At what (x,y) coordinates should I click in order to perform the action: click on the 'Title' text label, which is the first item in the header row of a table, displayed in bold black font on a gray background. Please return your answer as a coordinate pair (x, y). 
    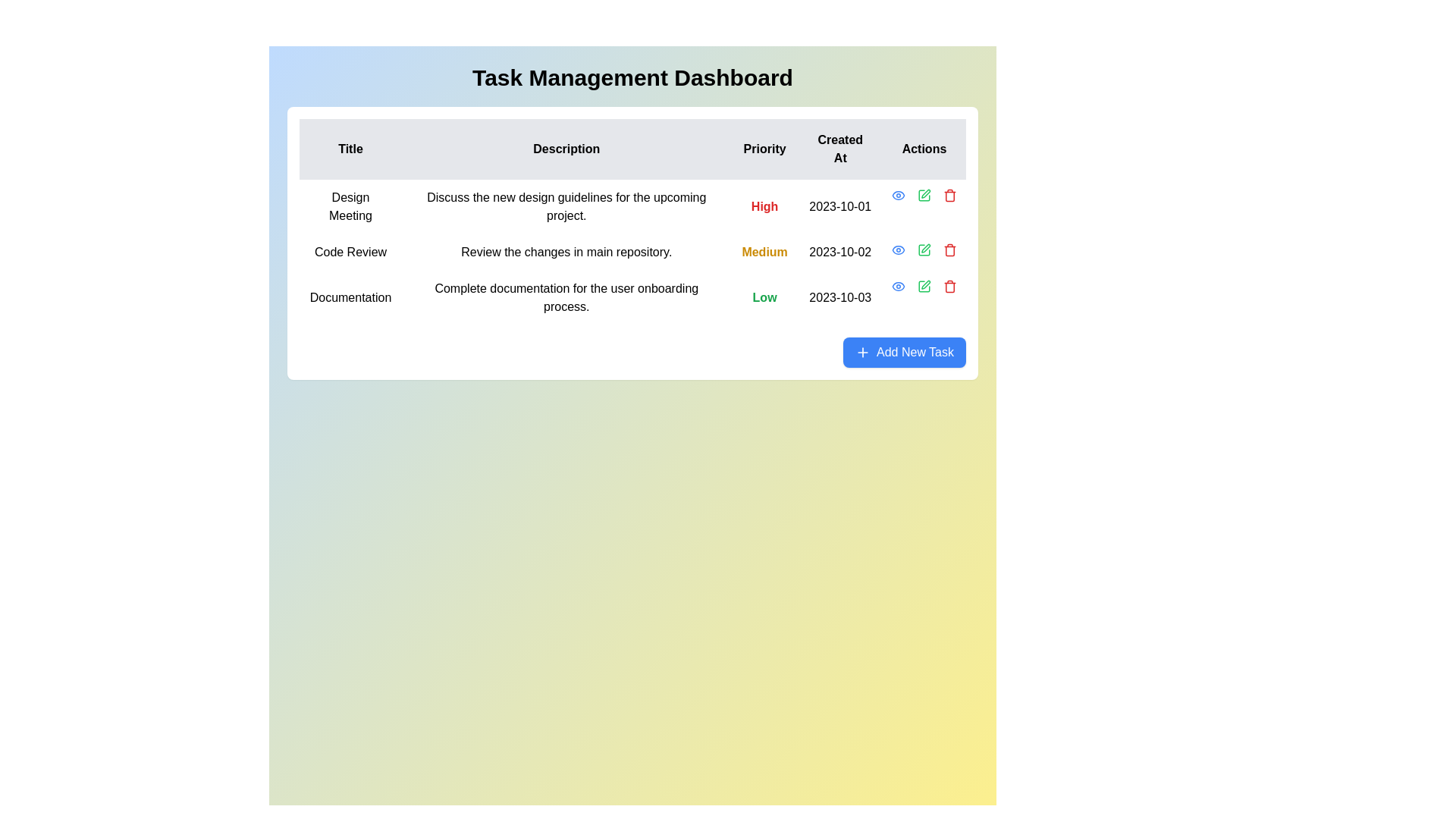
    Looking at the image, I should click on (350, 149).